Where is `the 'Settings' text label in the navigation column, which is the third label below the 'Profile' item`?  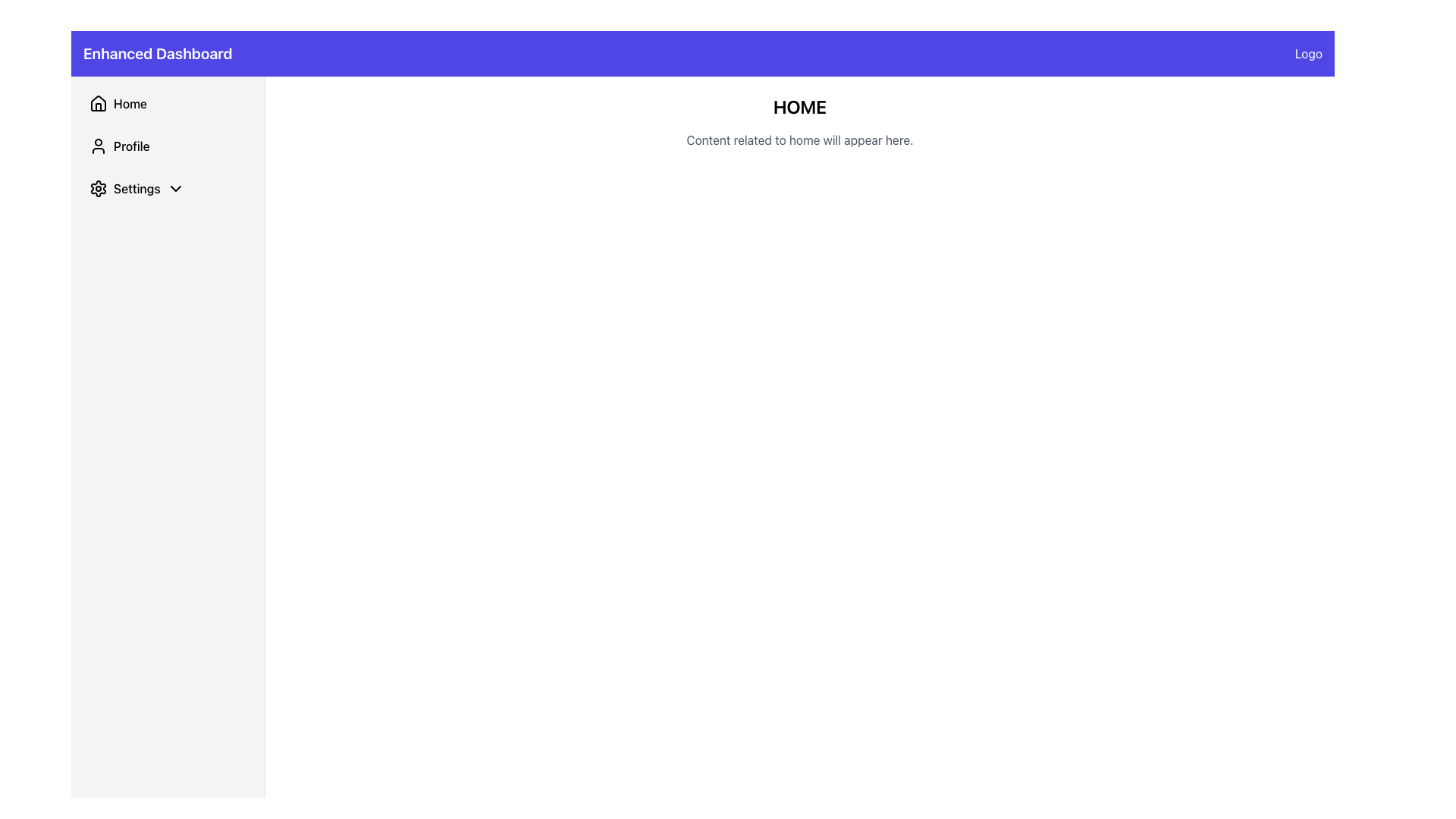
the 'Settings' text label in the navigation column, which is the third label below the 'Profile' item is located at coordinates (136, 188).